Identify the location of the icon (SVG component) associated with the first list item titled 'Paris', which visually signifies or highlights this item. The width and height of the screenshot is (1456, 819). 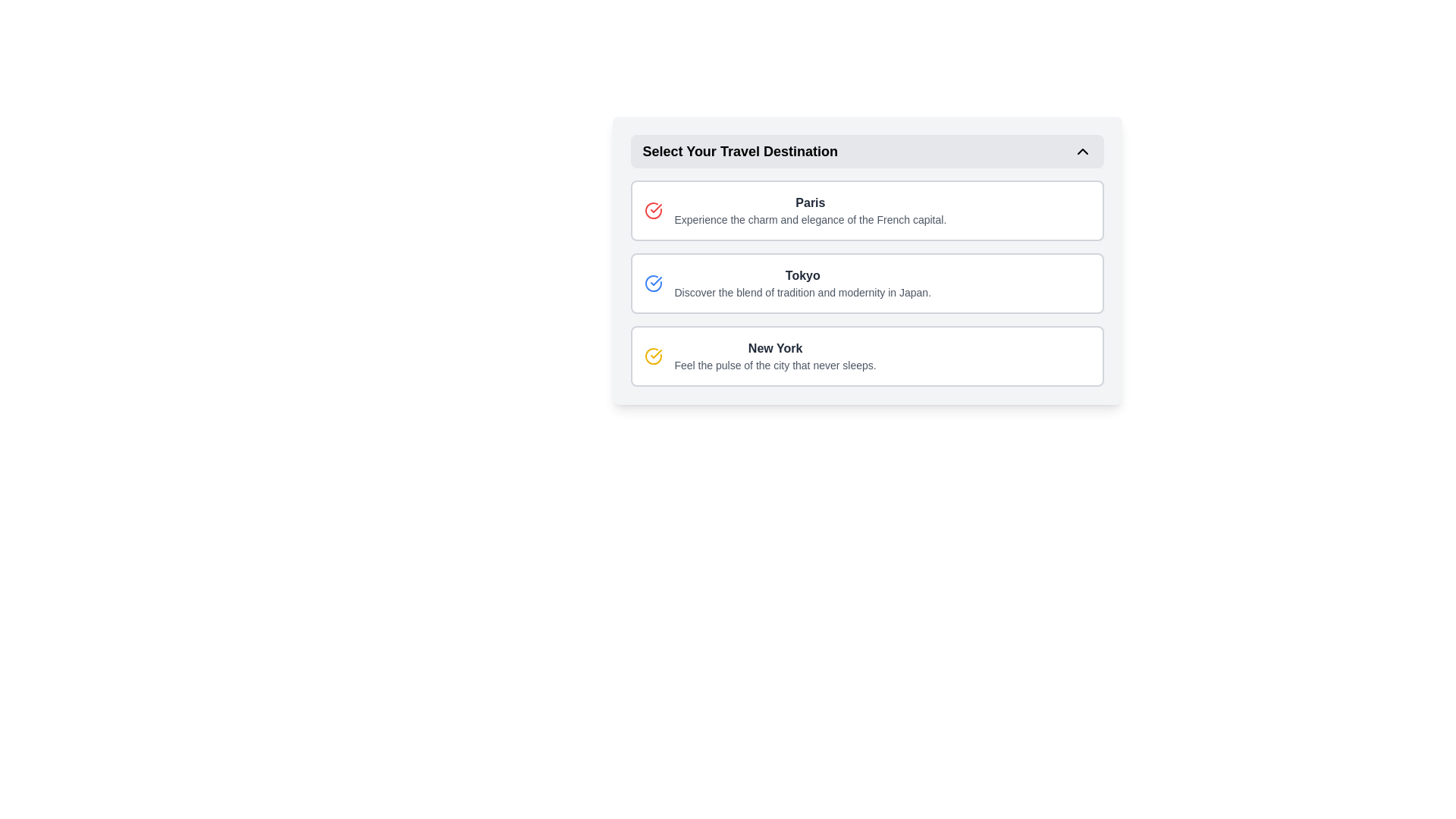
(655, 208).